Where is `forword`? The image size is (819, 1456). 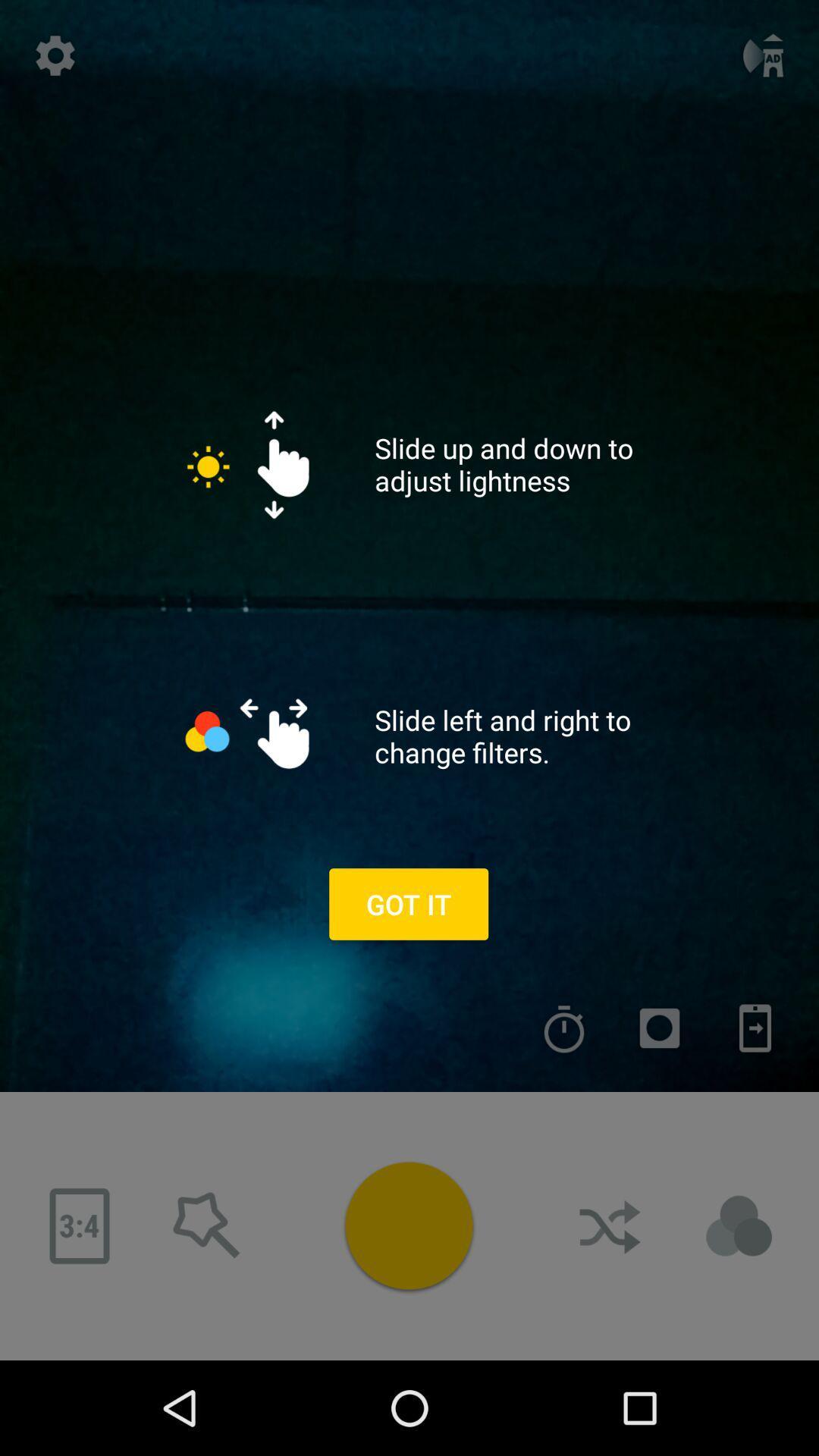 forword is located at coordinates (755, 1028).